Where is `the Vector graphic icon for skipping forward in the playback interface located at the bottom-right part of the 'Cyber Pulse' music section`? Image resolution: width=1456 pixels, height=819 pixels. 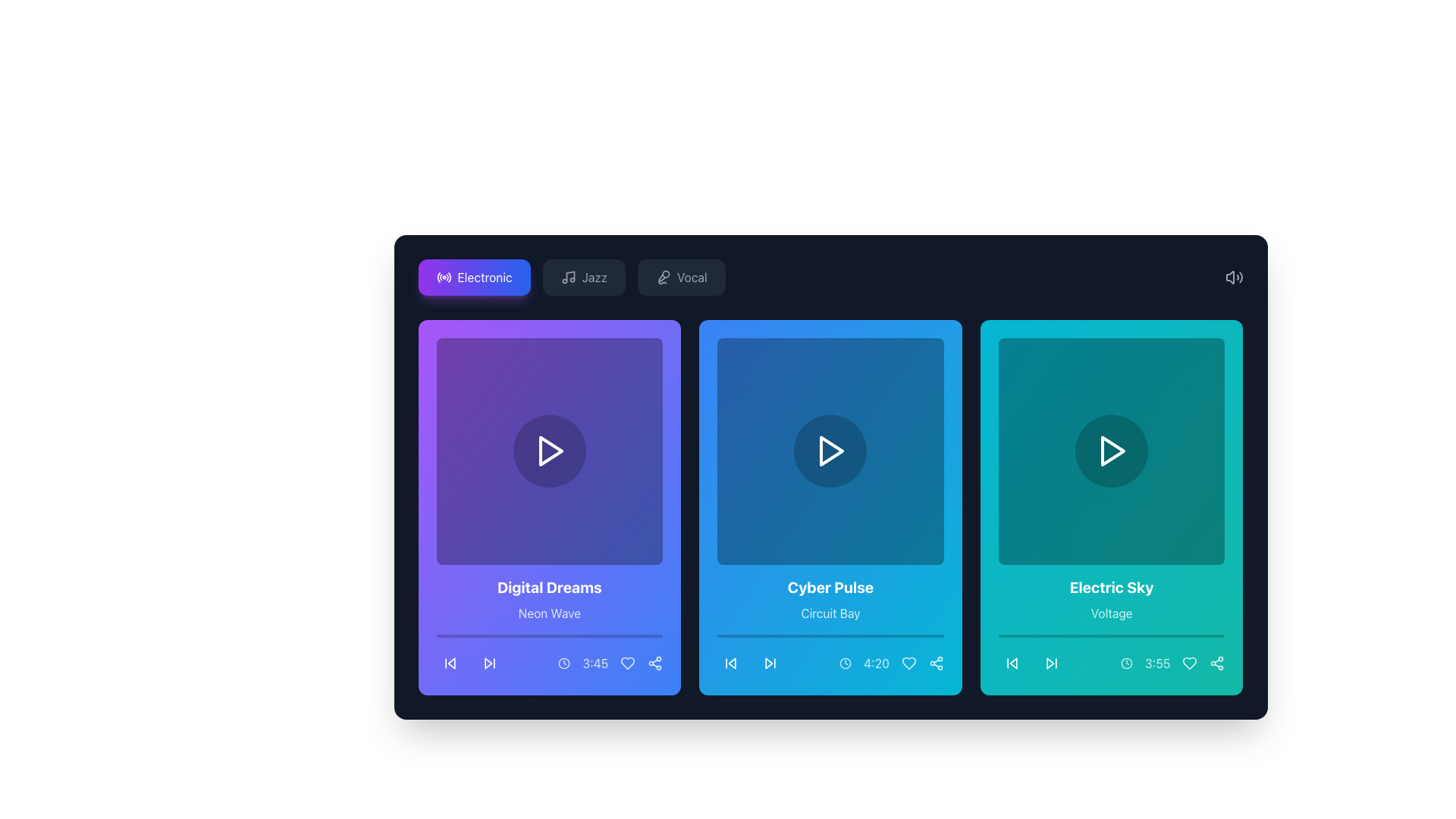 the Vector graphic icon for skipping forward in the playback interface located at the bottom-right part of the 'Cyber Pulse' music section is located at coordinates (769, 662).